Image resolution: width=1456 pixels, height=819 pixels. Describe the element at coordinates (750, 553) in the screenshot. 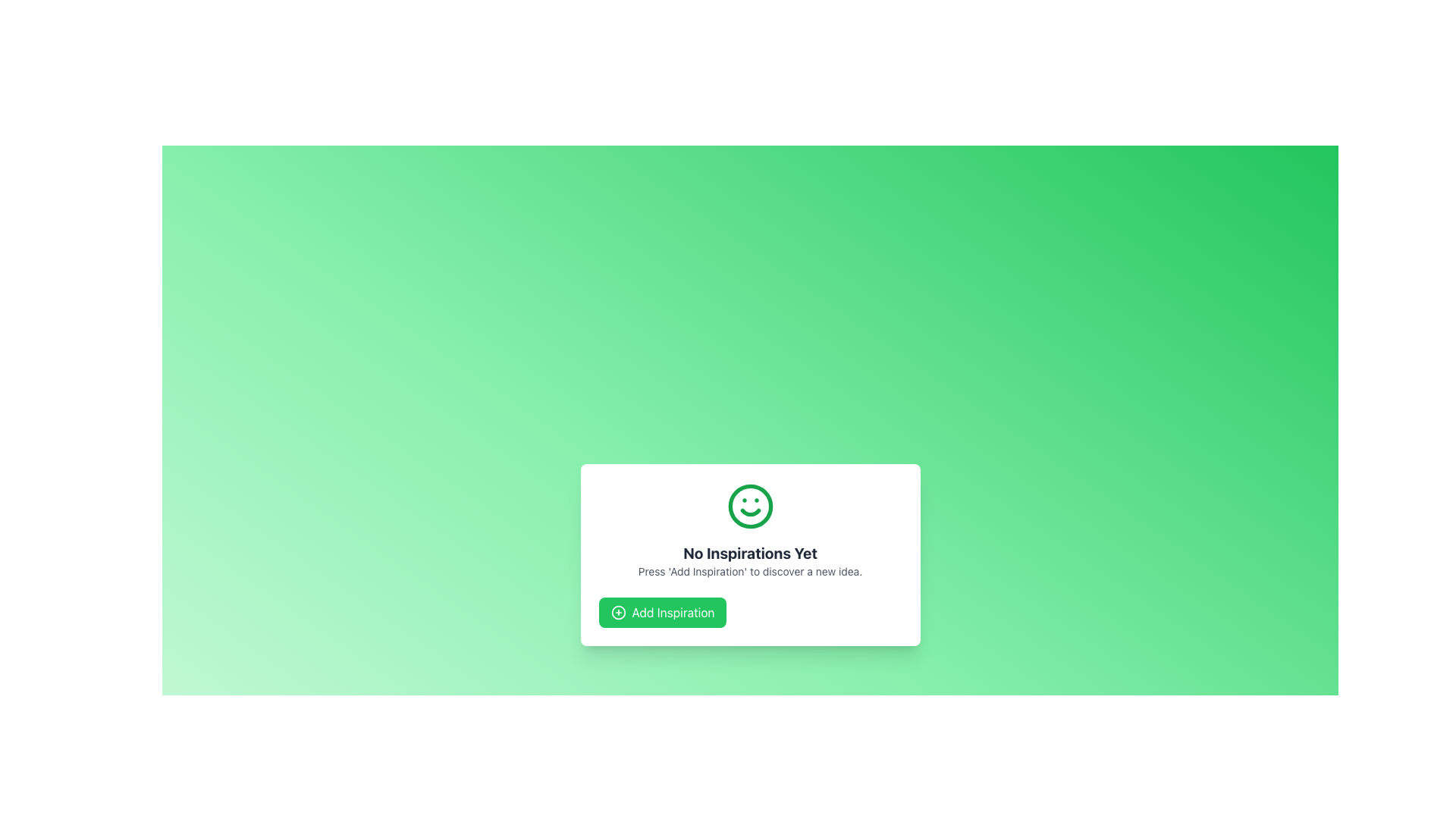

I see `the bolded text header that reads 'No Inspirations Yet', which is centrally located within a card-like structure` at that location.